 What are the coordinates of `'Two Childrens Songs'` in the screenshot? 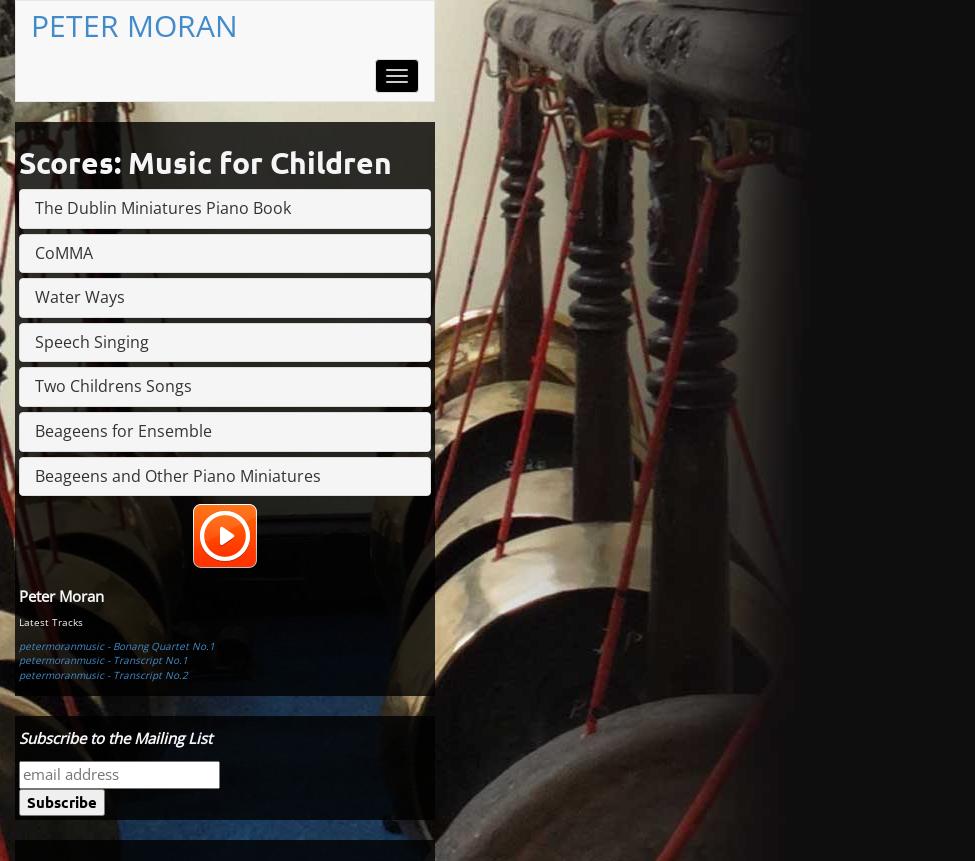 It's located at (112, 385).